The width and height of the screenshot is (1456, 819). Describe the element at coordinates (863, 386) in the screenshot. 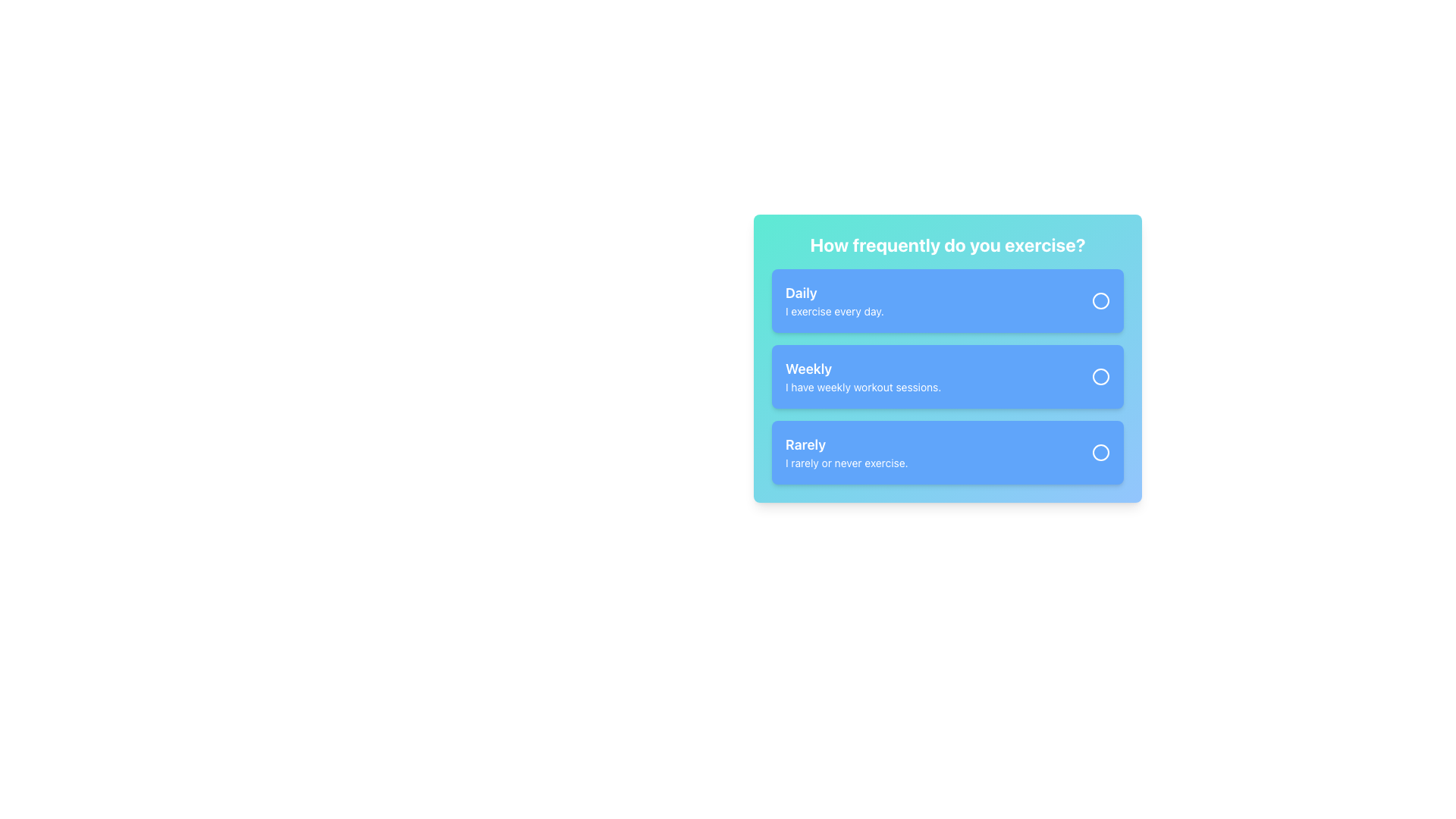

I see `text label stating 'I have weekly workout sessions.' located within the card-like selection box under the title 'Weekly'` at that location.